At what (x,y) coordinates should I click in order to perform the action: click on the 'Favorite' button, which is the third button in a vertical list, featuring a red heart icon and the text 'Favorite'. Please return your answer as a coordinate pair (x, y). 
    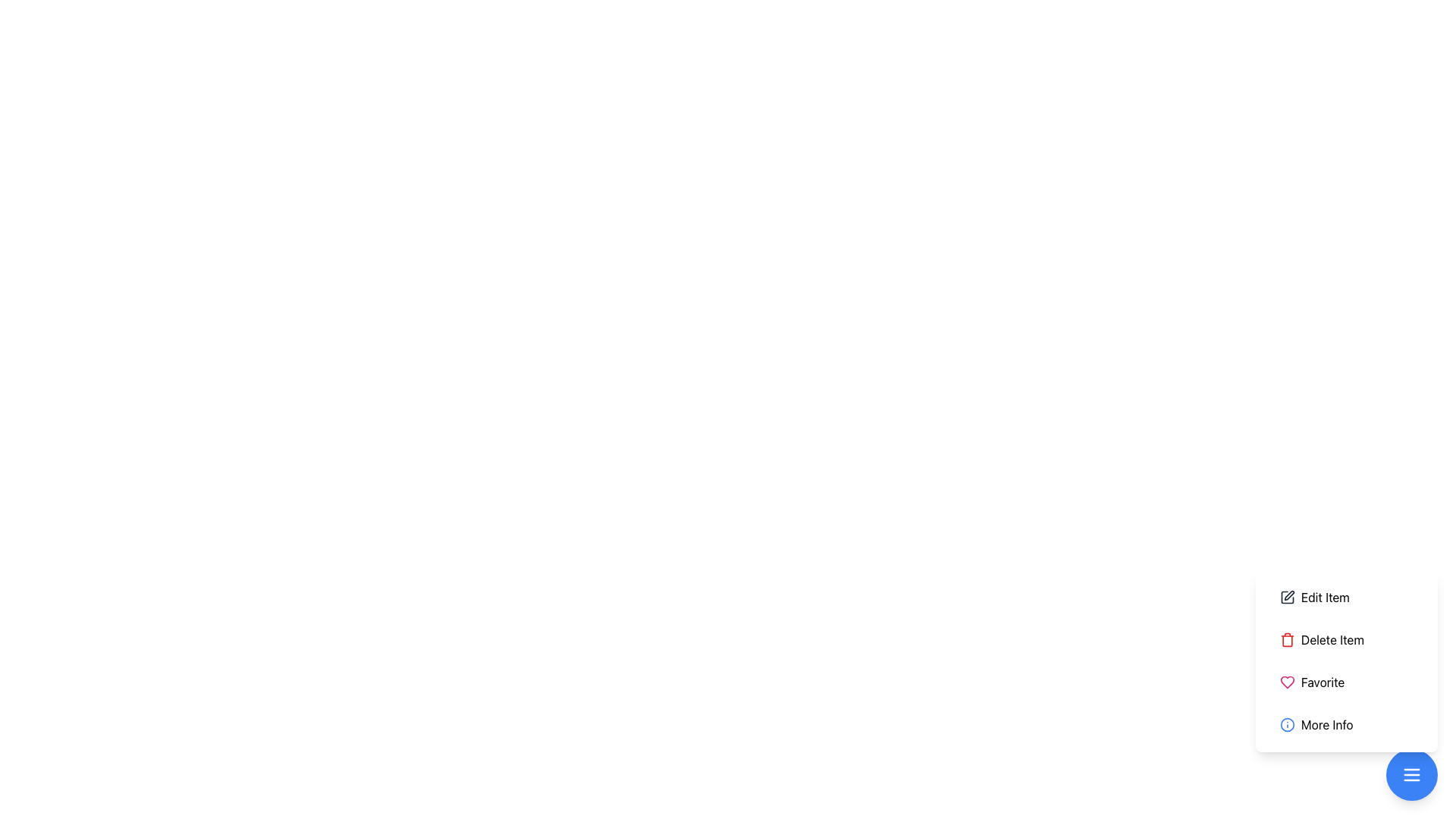
    Looking at the image, I should click on (1347, 681).